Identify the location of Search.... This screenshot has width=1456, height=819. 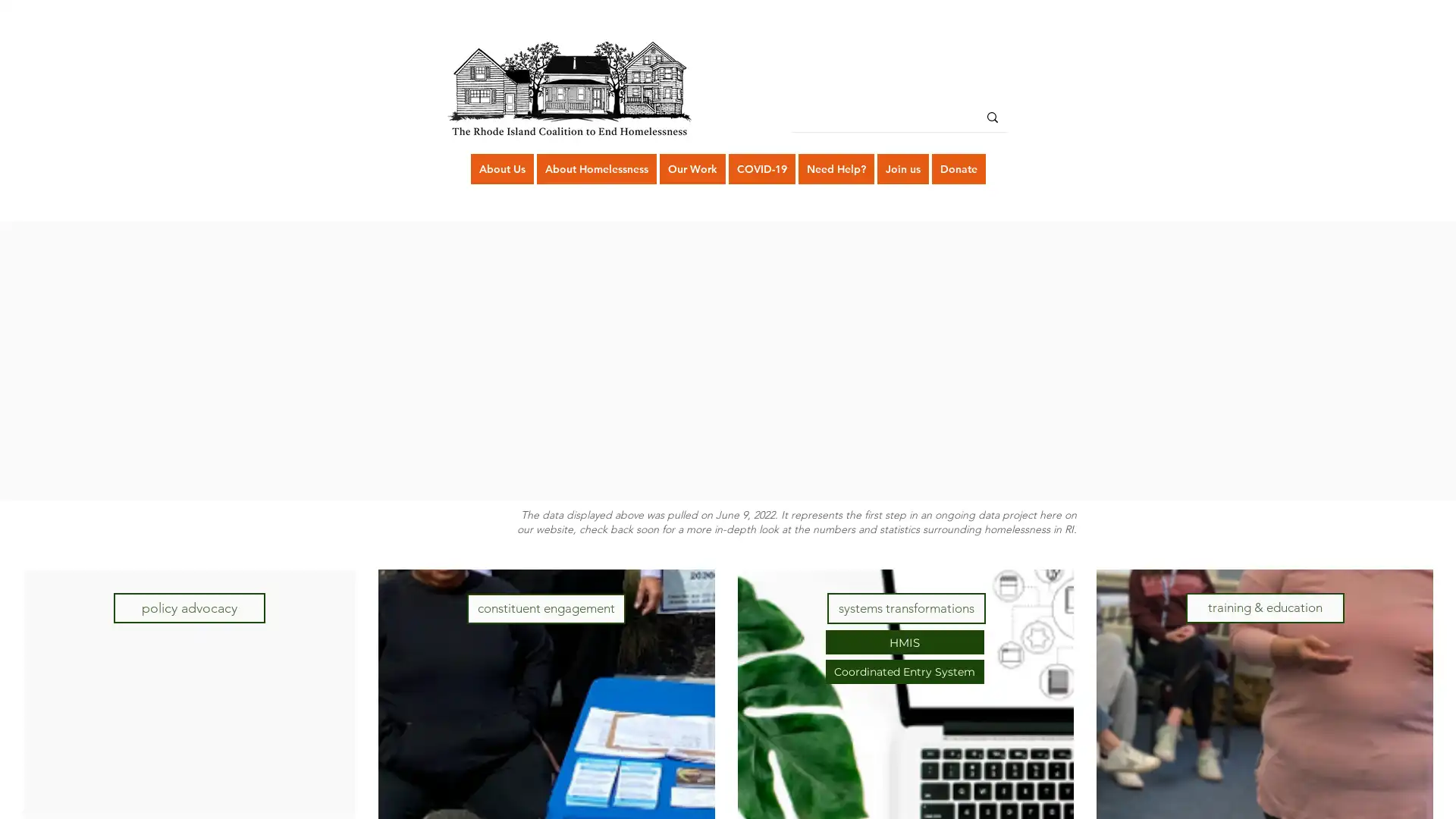
(993, 116).